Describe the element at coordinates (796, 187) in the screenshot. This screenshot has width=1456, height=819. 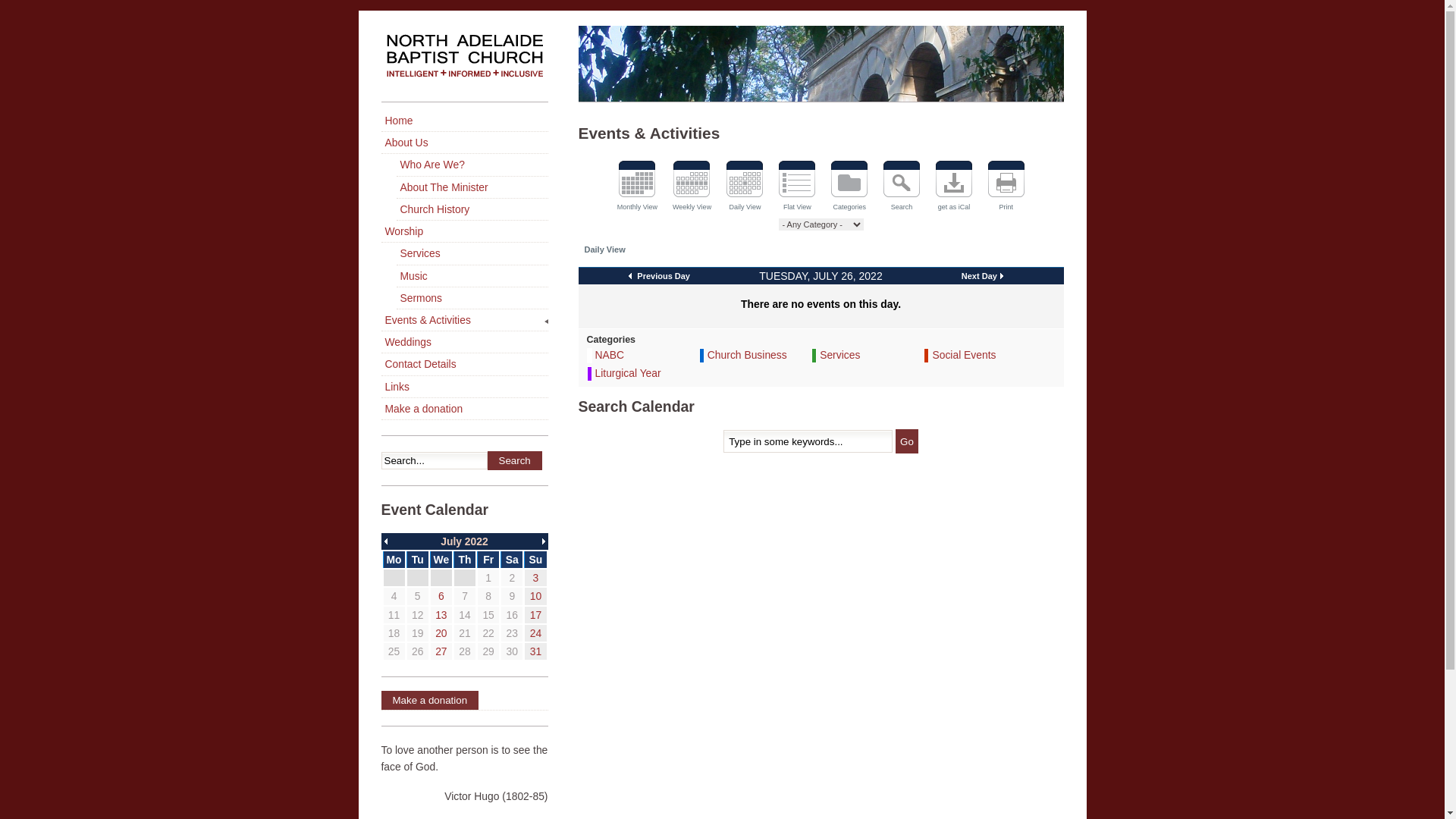
I see `'Flat View'` at that location.